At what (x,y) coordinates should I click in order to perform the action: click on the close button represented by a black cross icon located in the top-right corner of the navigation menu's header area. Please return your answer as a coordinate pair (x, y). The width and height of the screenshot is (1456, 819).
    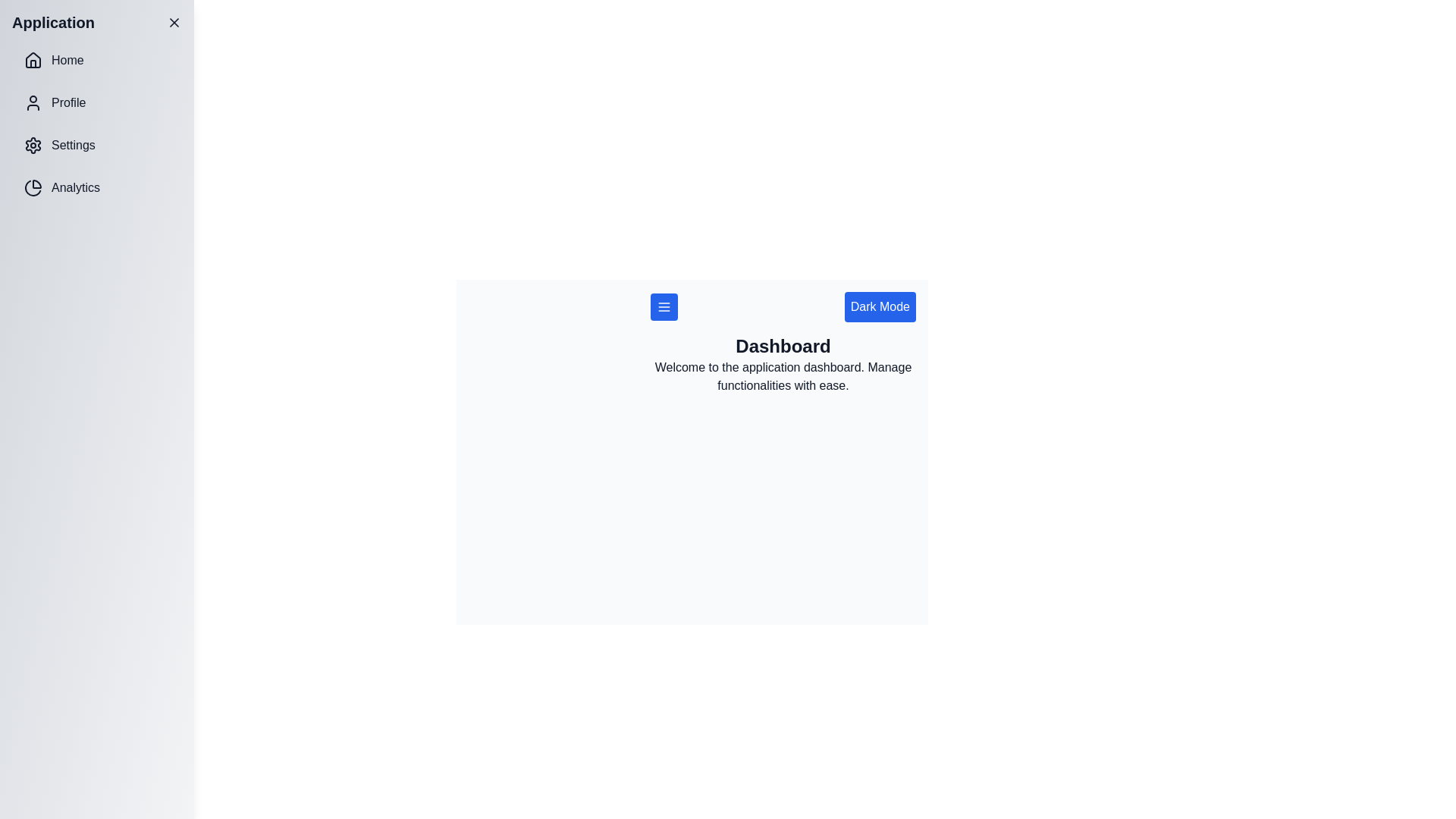
    Looking at the image, I should click on (174, 23).